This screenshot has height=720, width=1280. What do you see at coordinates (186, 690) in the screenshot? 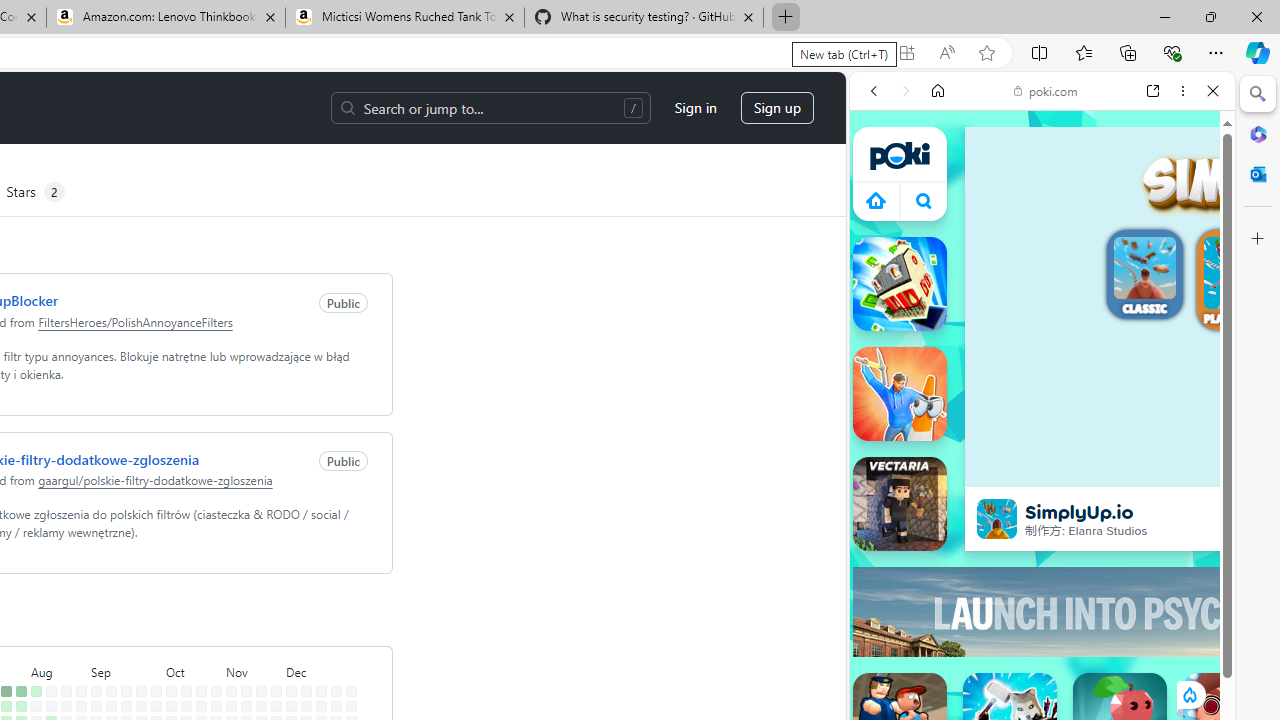
I see `'No contributions on October 13th.'` at bounding box center [186, 690].